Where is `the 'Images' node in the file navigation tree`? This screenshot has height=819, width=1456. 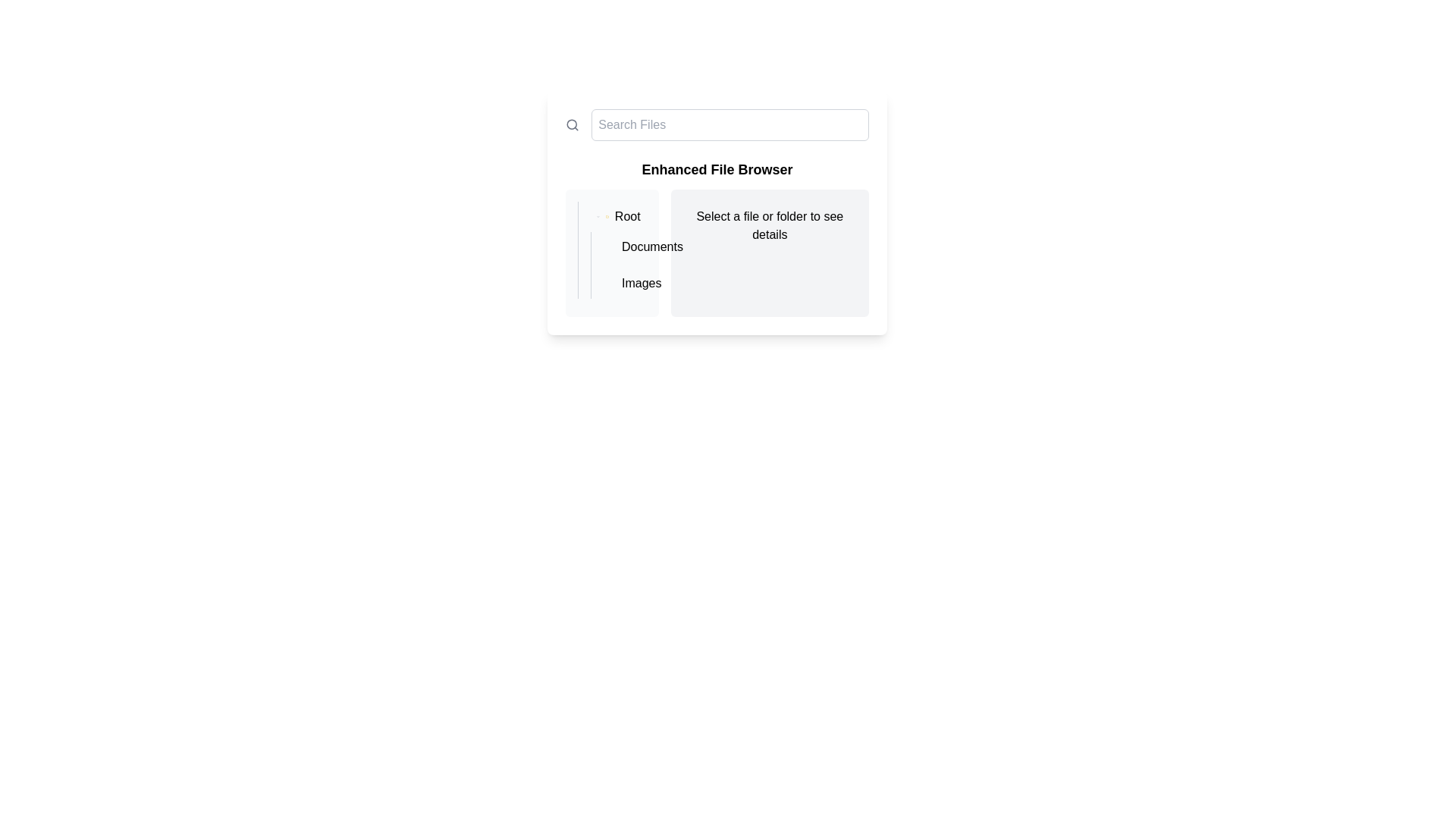
the 'Images' node in the file navigation tree is located at coordinates (625, 284).